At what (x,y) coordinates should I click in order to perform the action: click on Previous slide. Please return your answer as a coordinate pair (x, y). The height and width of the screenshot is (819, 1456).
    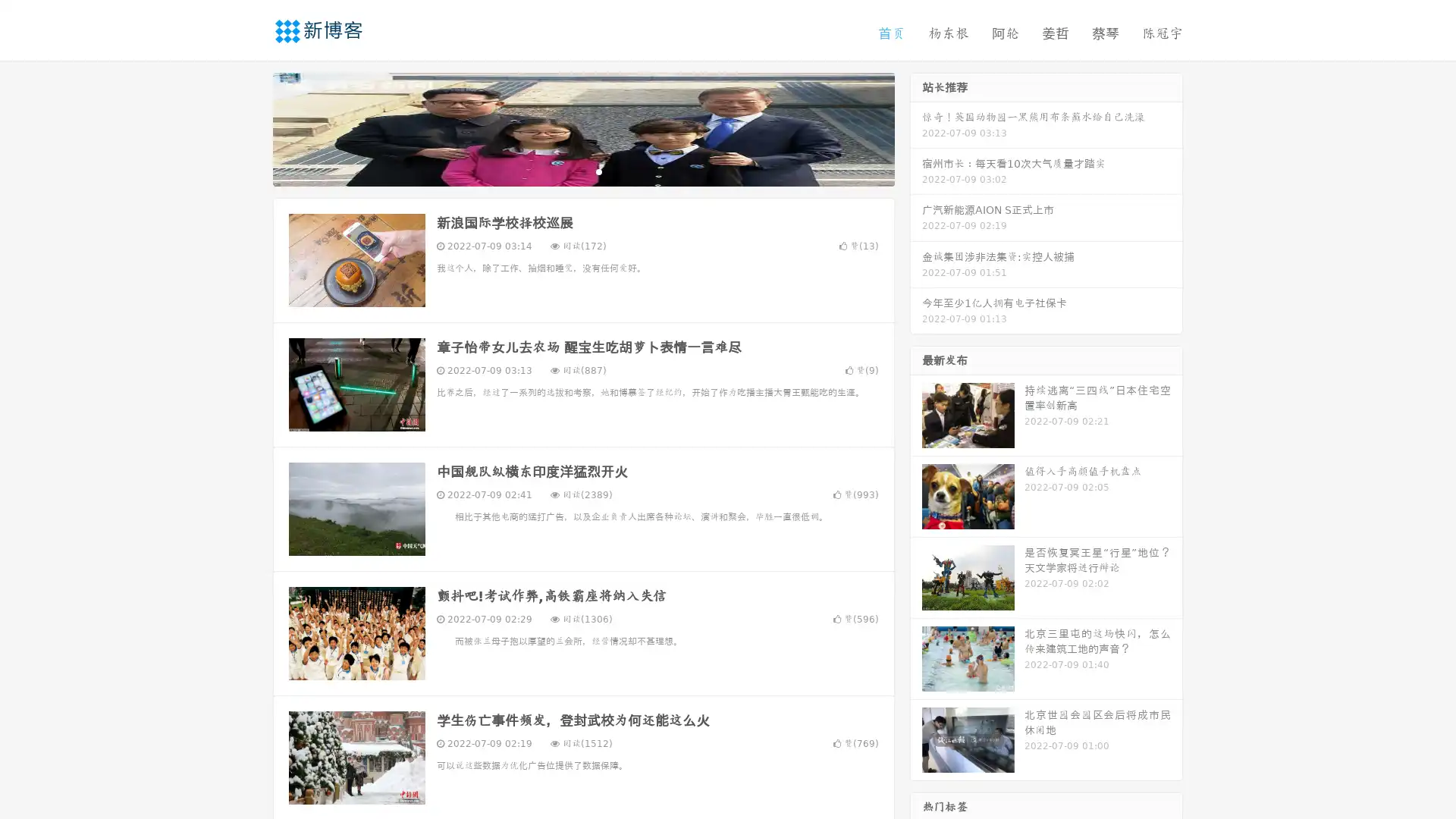
    Looking at the image, I should click on (250, 127).